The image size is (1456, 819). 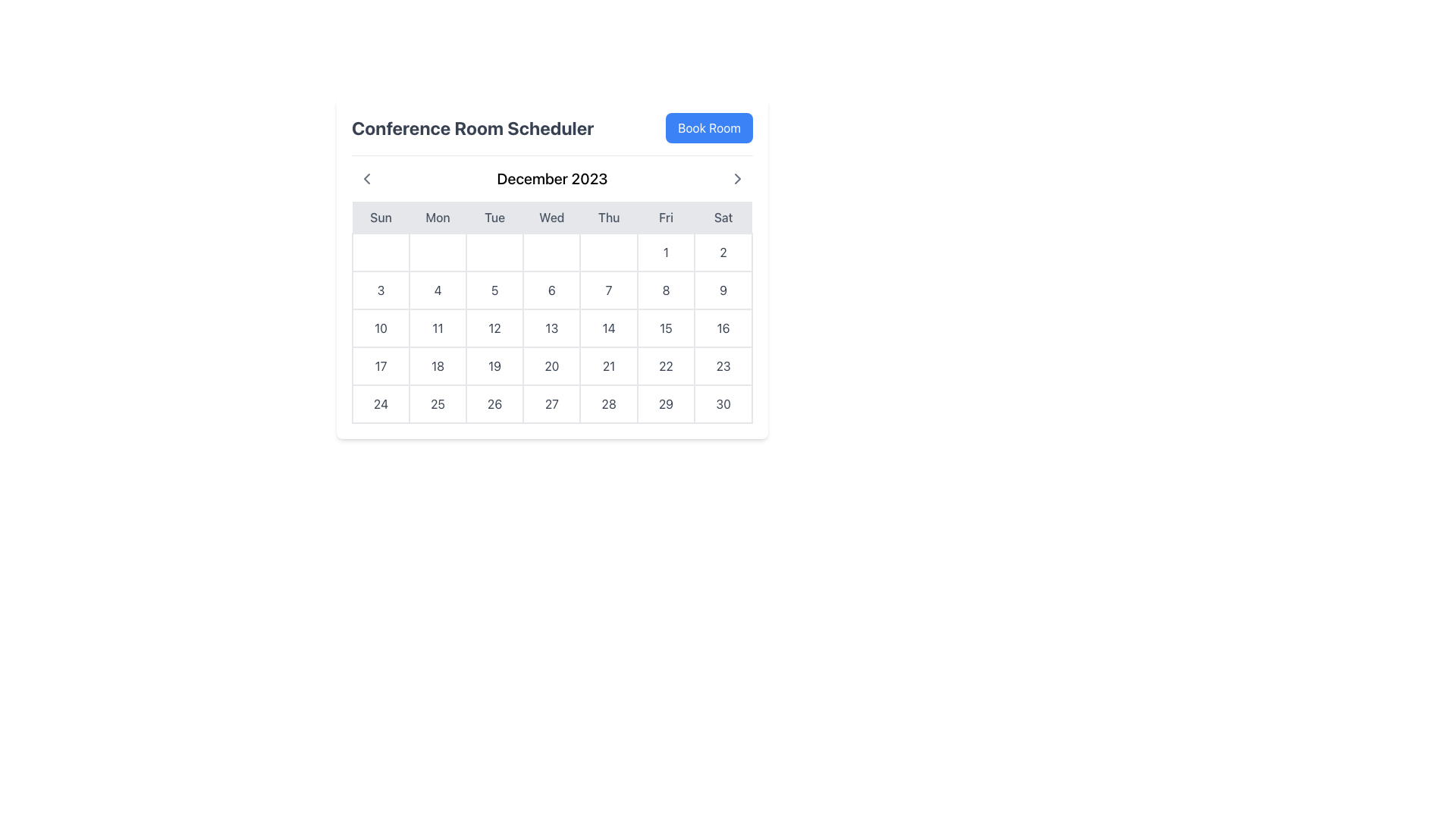 I want to click on the selectable calendar date button representing the date '12', so click(x=494, y=327).